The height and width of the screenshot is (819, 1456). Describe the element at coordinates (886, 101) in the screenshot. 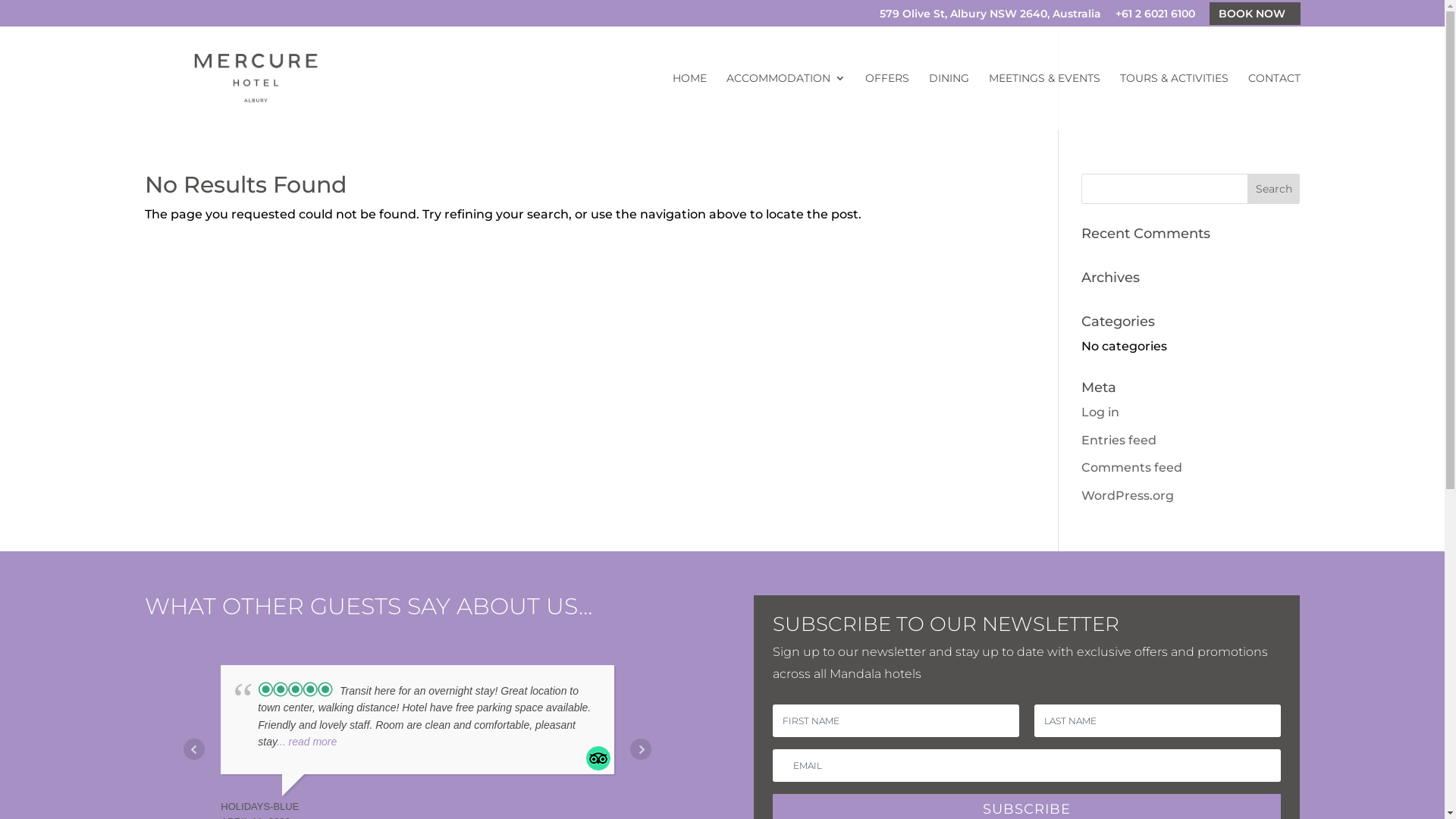

I see `'OFFERS'` at that location.